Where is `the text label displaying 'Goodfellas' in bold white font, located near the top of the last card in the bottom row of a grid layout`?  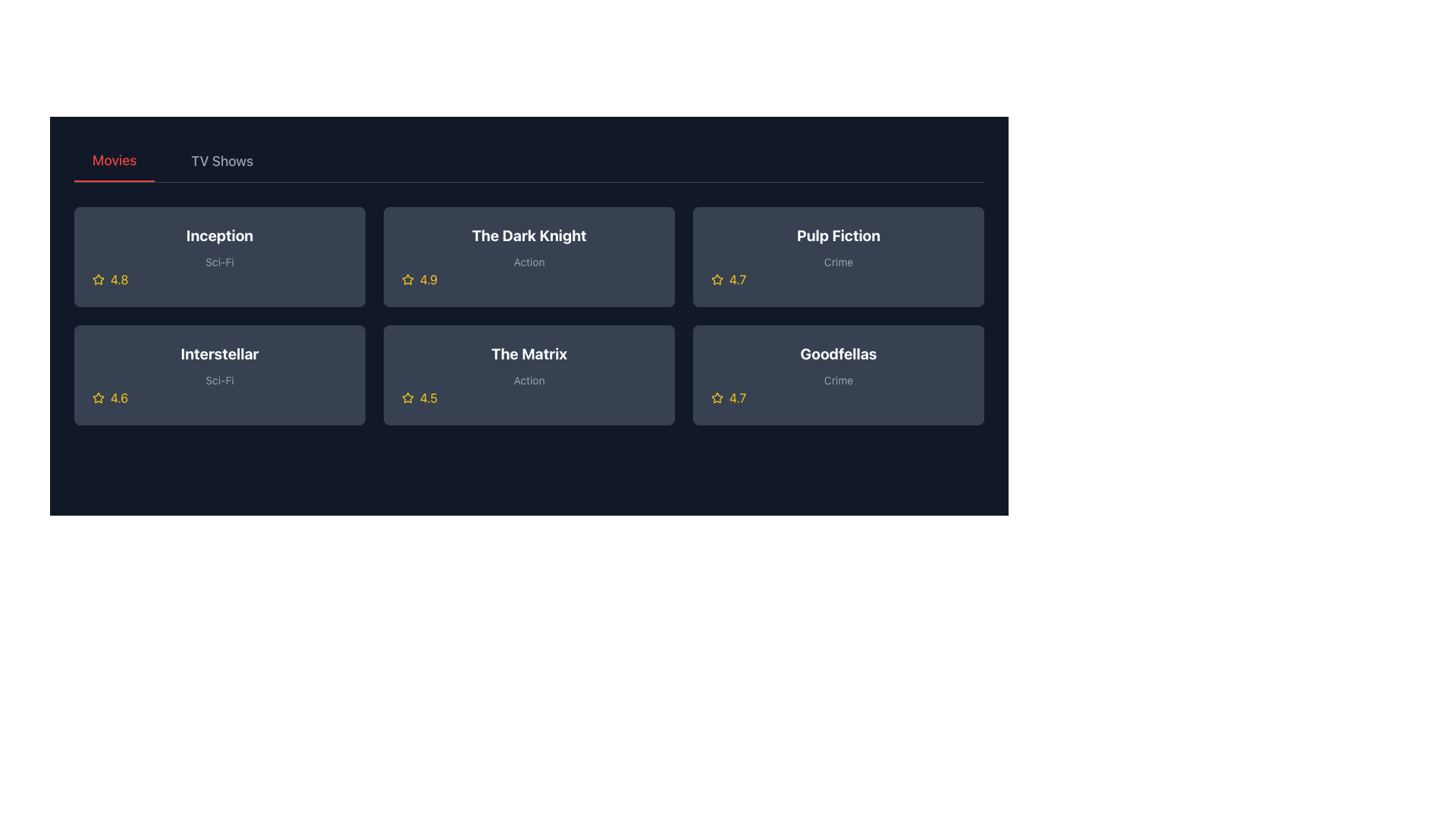 the text label displaying 'Goodfellas' in bold white font, located near the top of the last card in the bottom row of a grid layout is located at coordinates (837, 353).